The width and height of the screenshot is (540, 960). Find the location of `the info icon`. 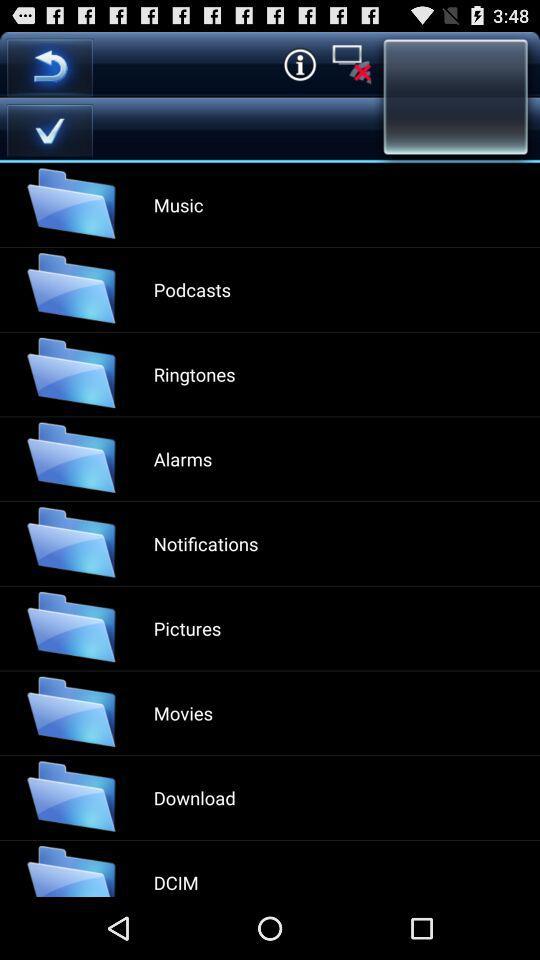

the info icon is located at coordinates (298, 68).